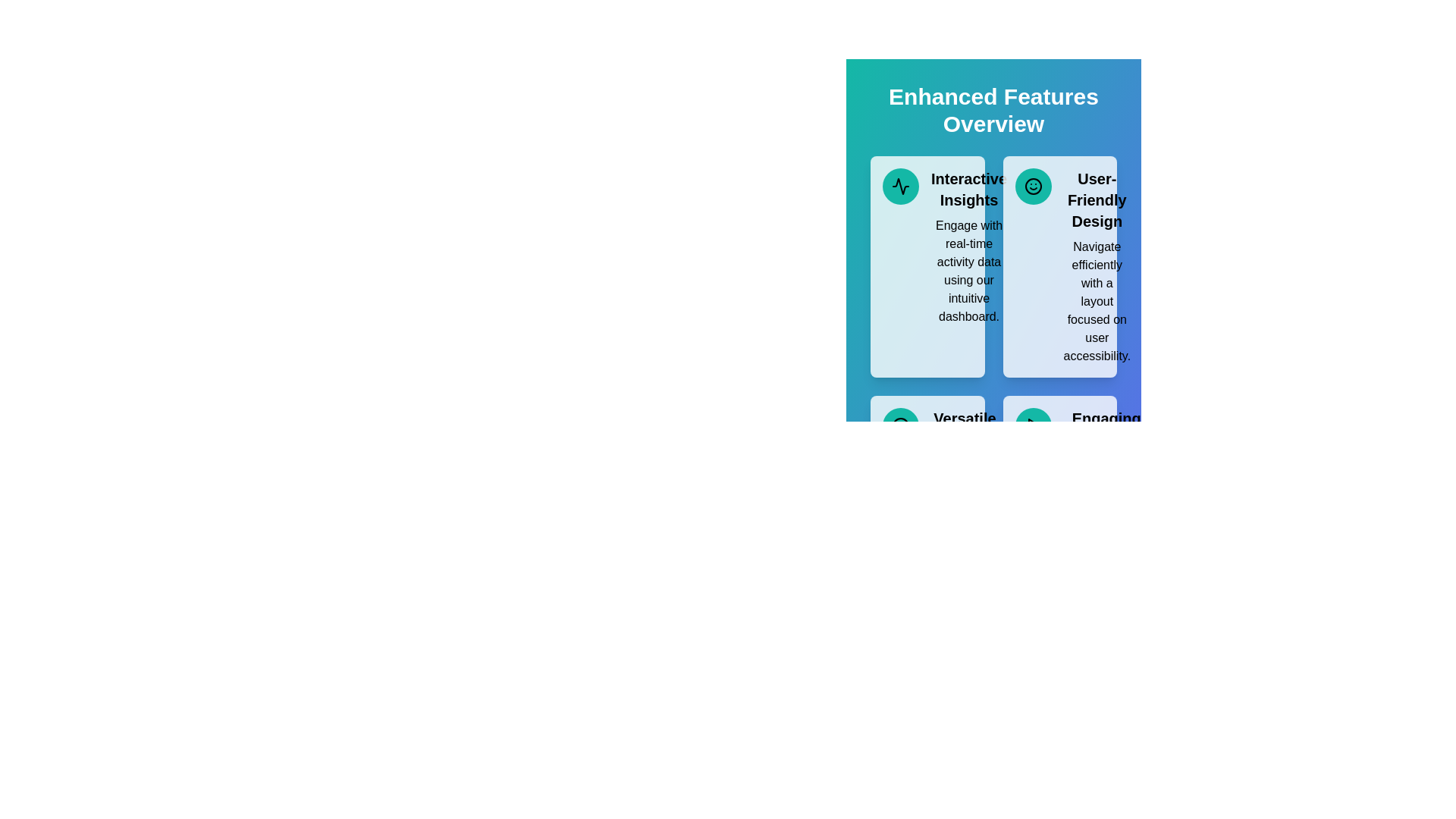 The height and width of the screenshot is (819, 1456). I want to click on the Text block located in the top left corner of the grid, which serves as an informative component for an interactive feature, so click(968, 246).